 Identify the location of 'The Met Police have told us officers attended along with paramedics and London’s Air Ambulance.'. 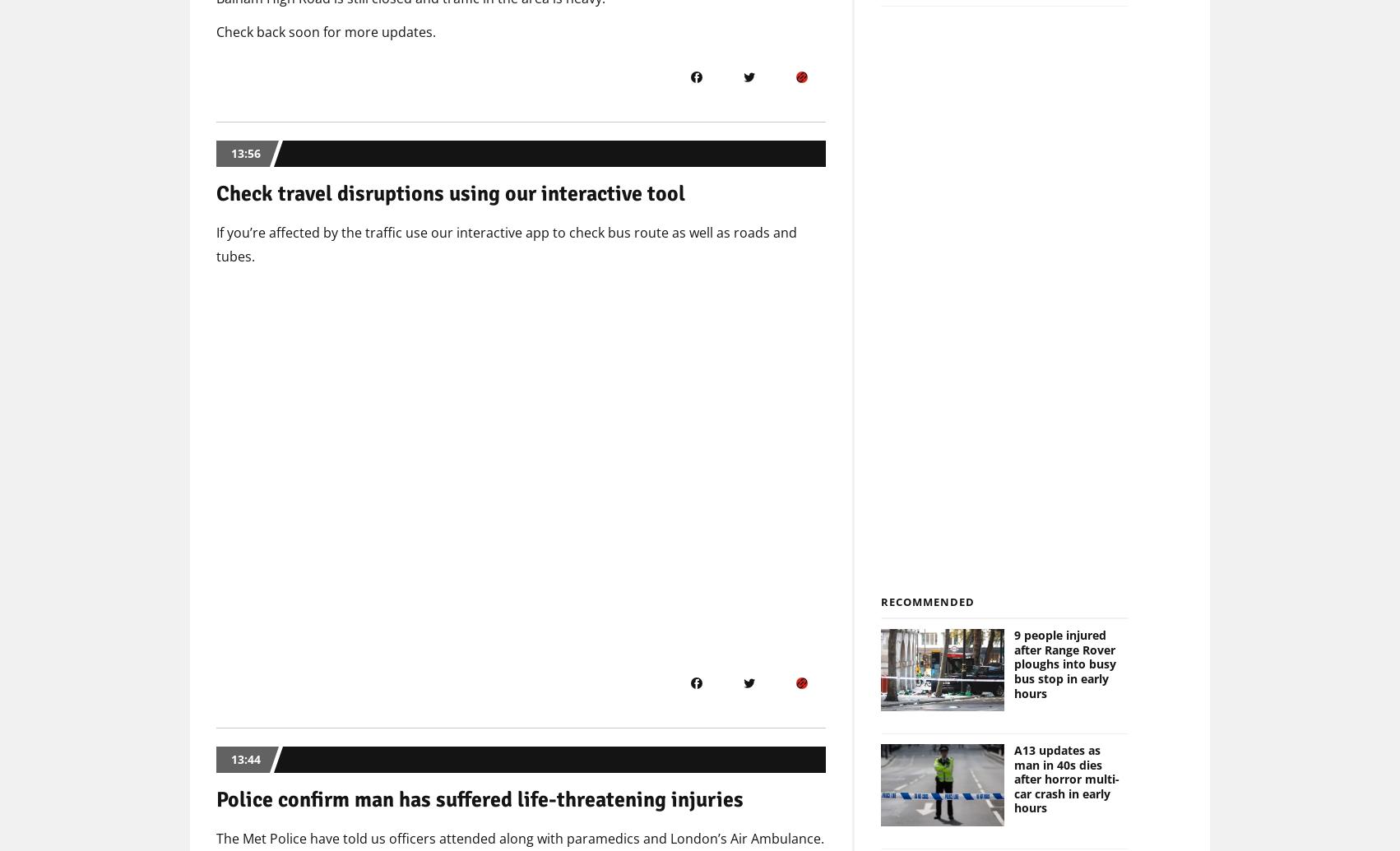
(215, 836).